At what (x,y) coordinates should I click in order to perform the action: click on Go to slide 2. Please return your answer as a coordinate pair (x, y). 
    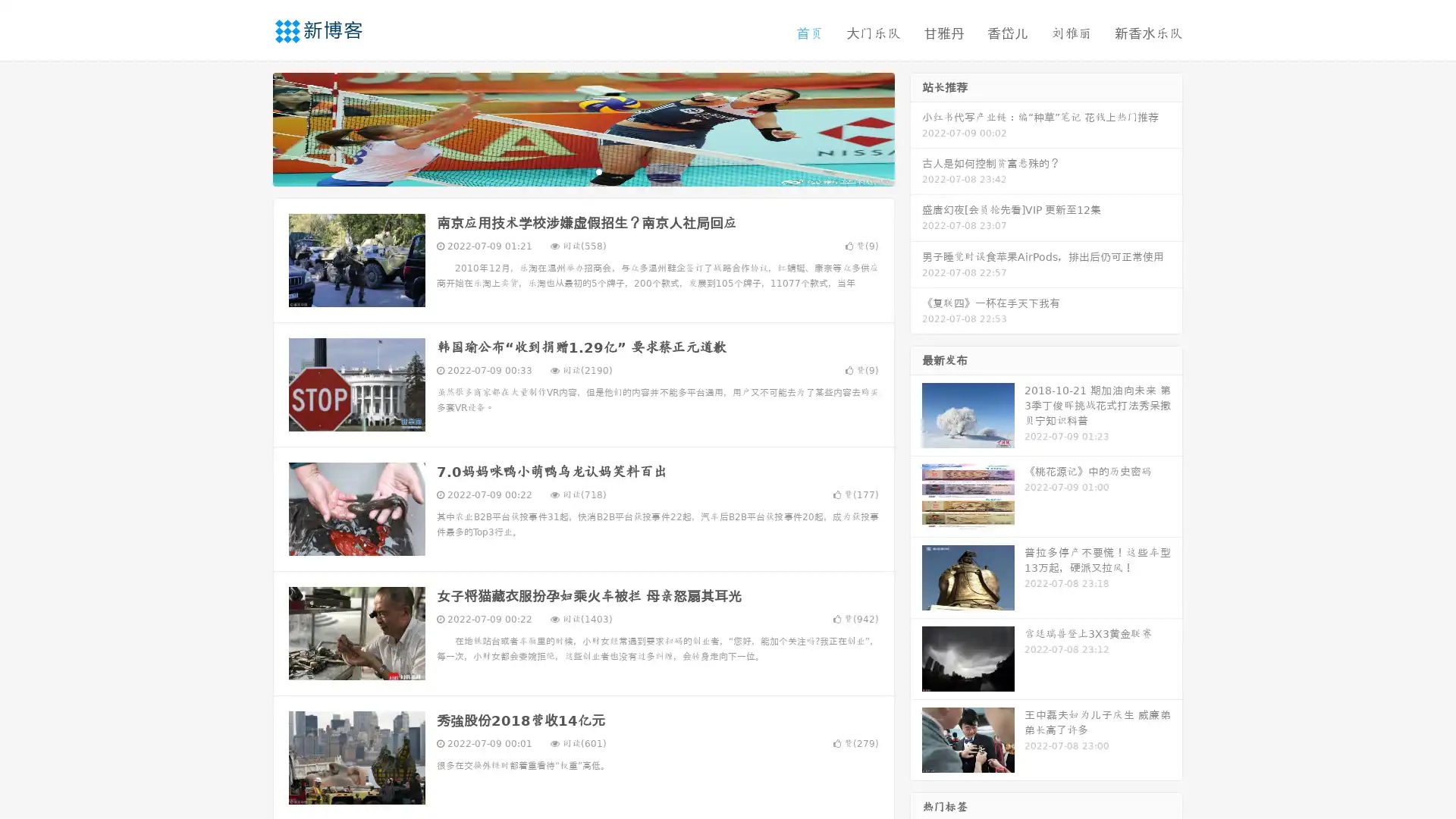
    Looking at the image, I should click on (582, 171).